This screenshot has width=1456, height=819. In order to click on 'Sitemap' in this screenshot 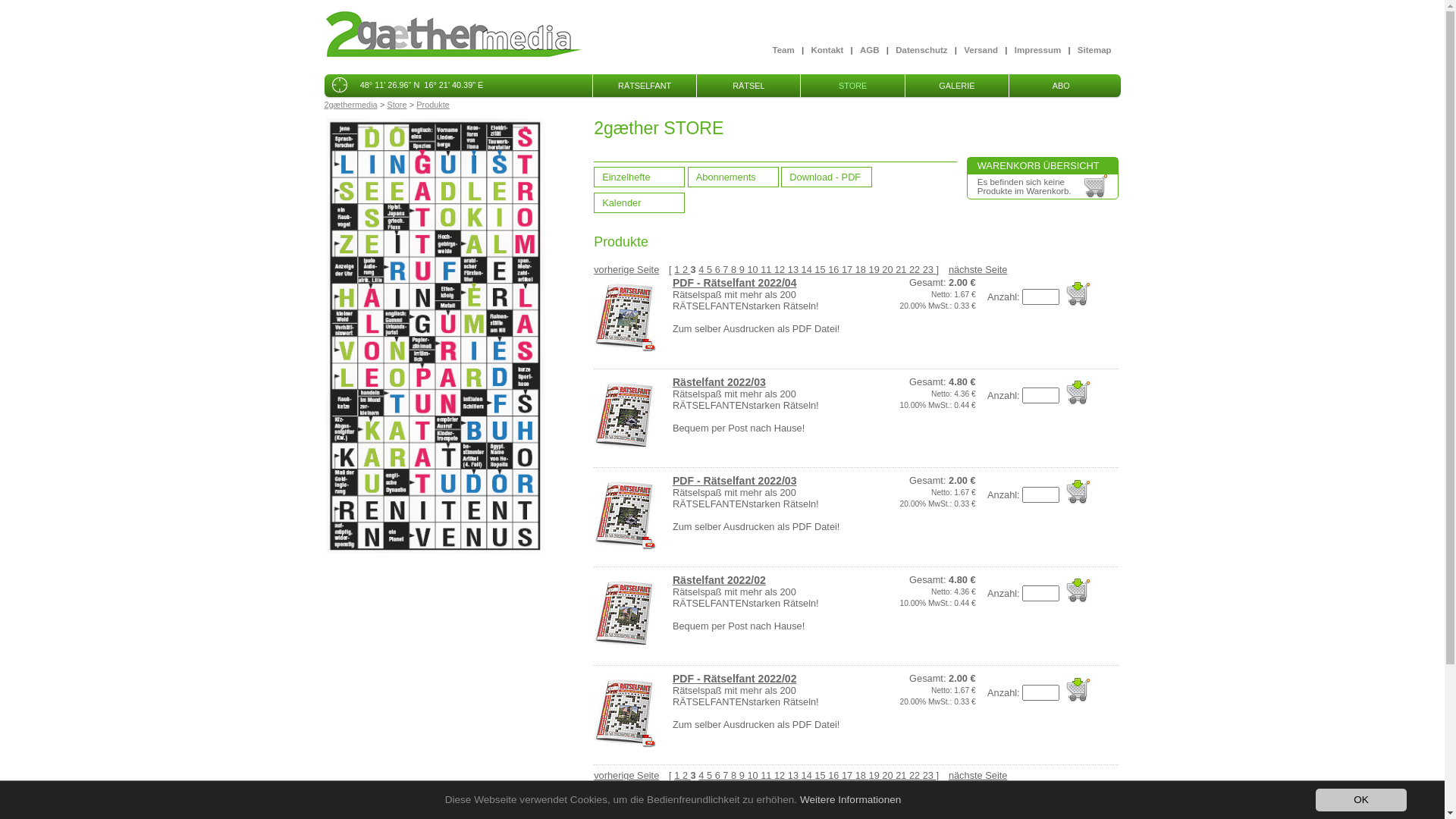, I will do `click(1094, 49)`.